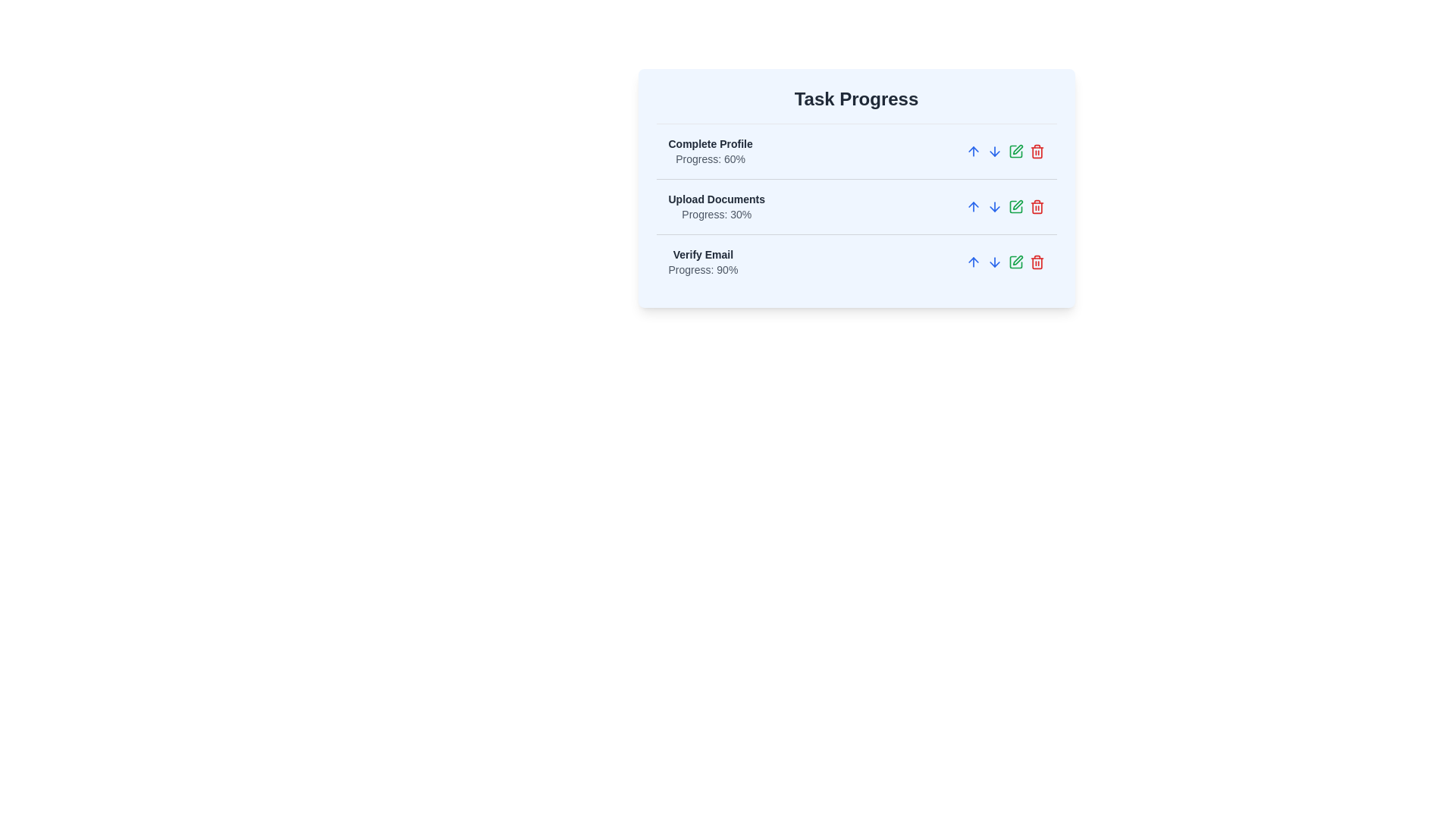 The width and height of the screenshot is (1456, 819). Describe the element at coordinates (1036, 262) in the screenshot. I see `the red trash icon button` at that location.